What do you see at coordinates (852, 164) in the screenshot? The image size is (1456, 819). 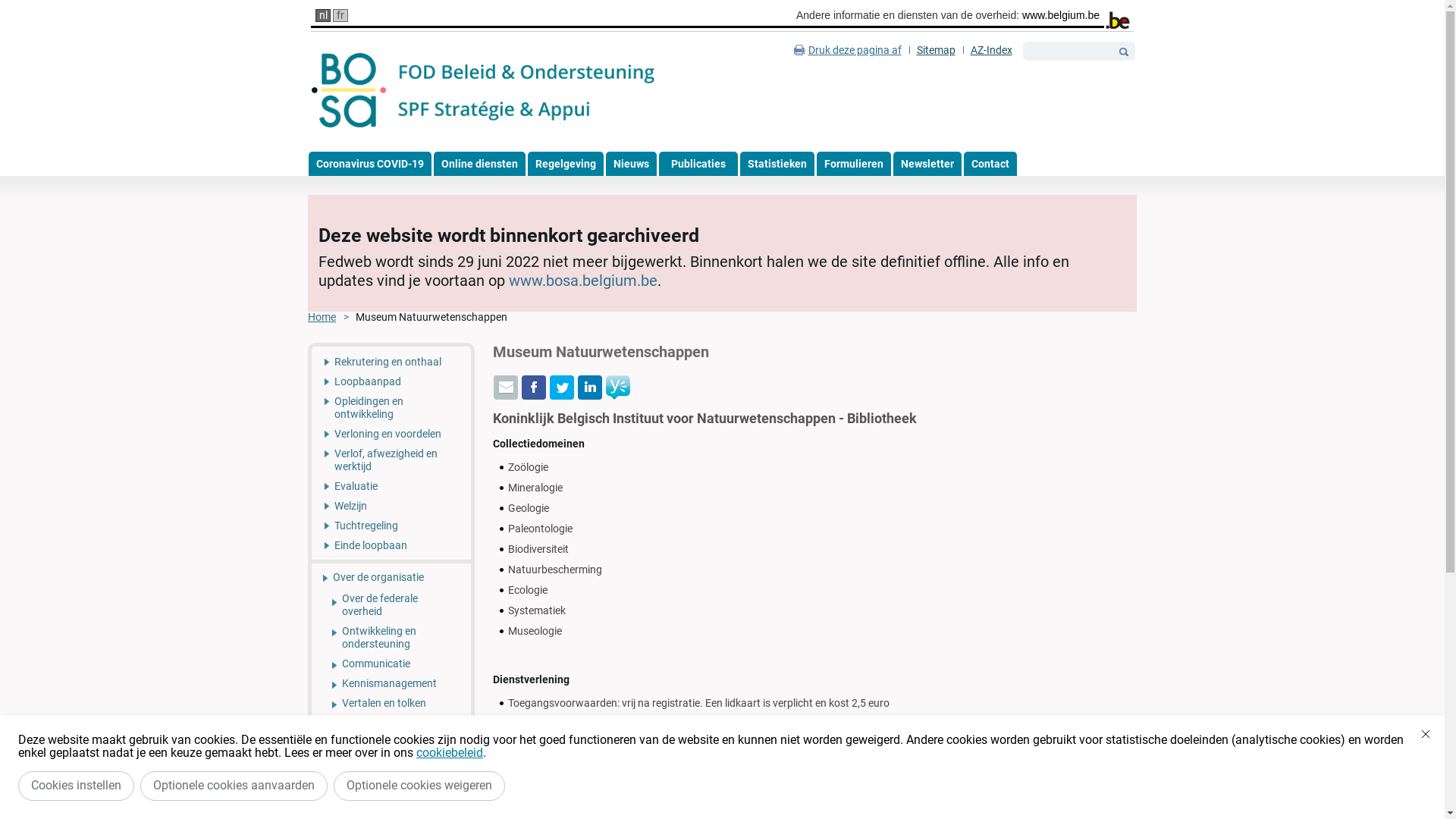 I see `'Formulieren'` at bounding box center [852, 164].